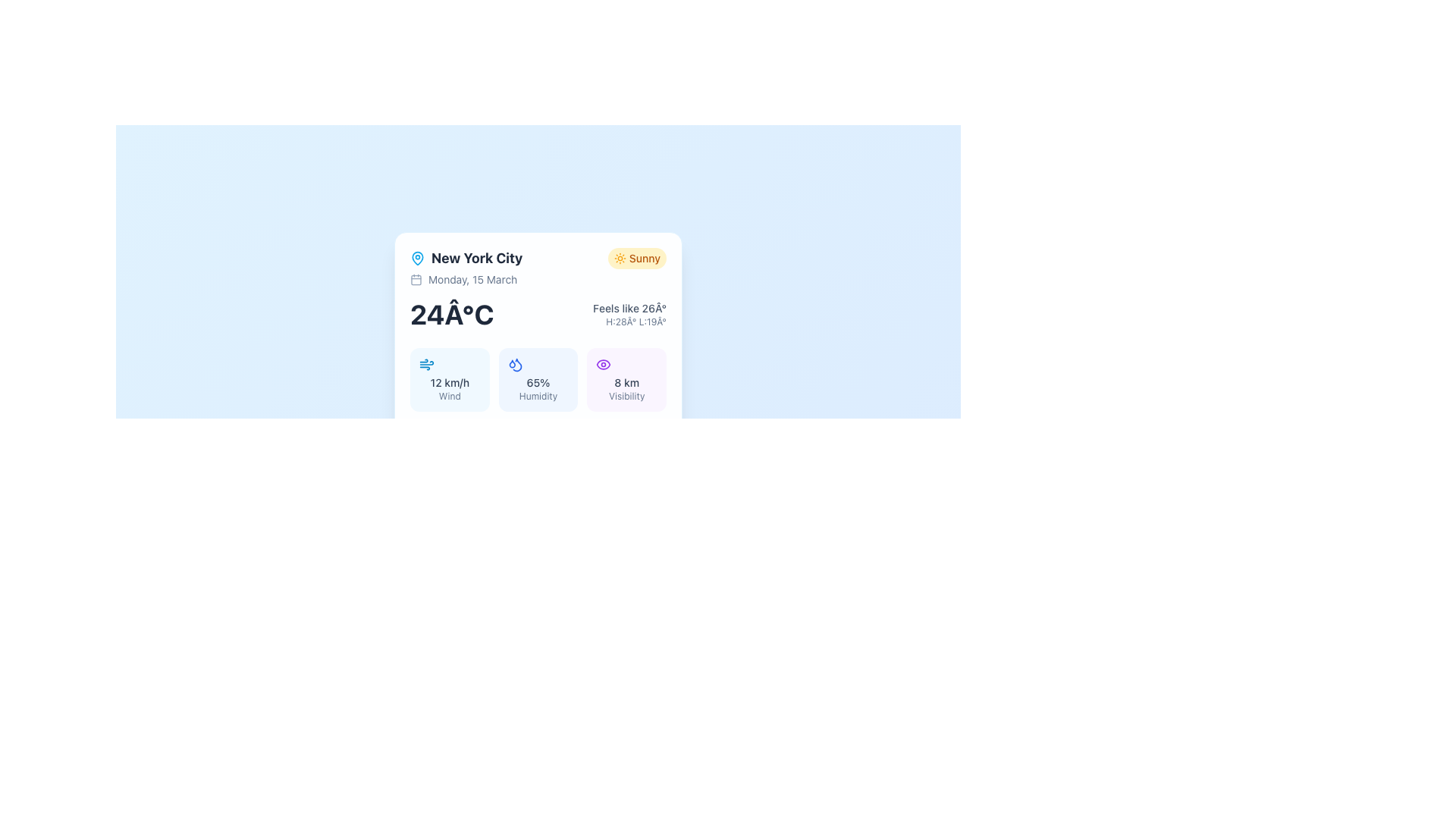 This screenshot has height=819, width=1456. Describe the element at coordinates (418, 256) in the screenshot. I see `SVG map pin element that indicates weather details for 'New York City' using developer tools` at that location.